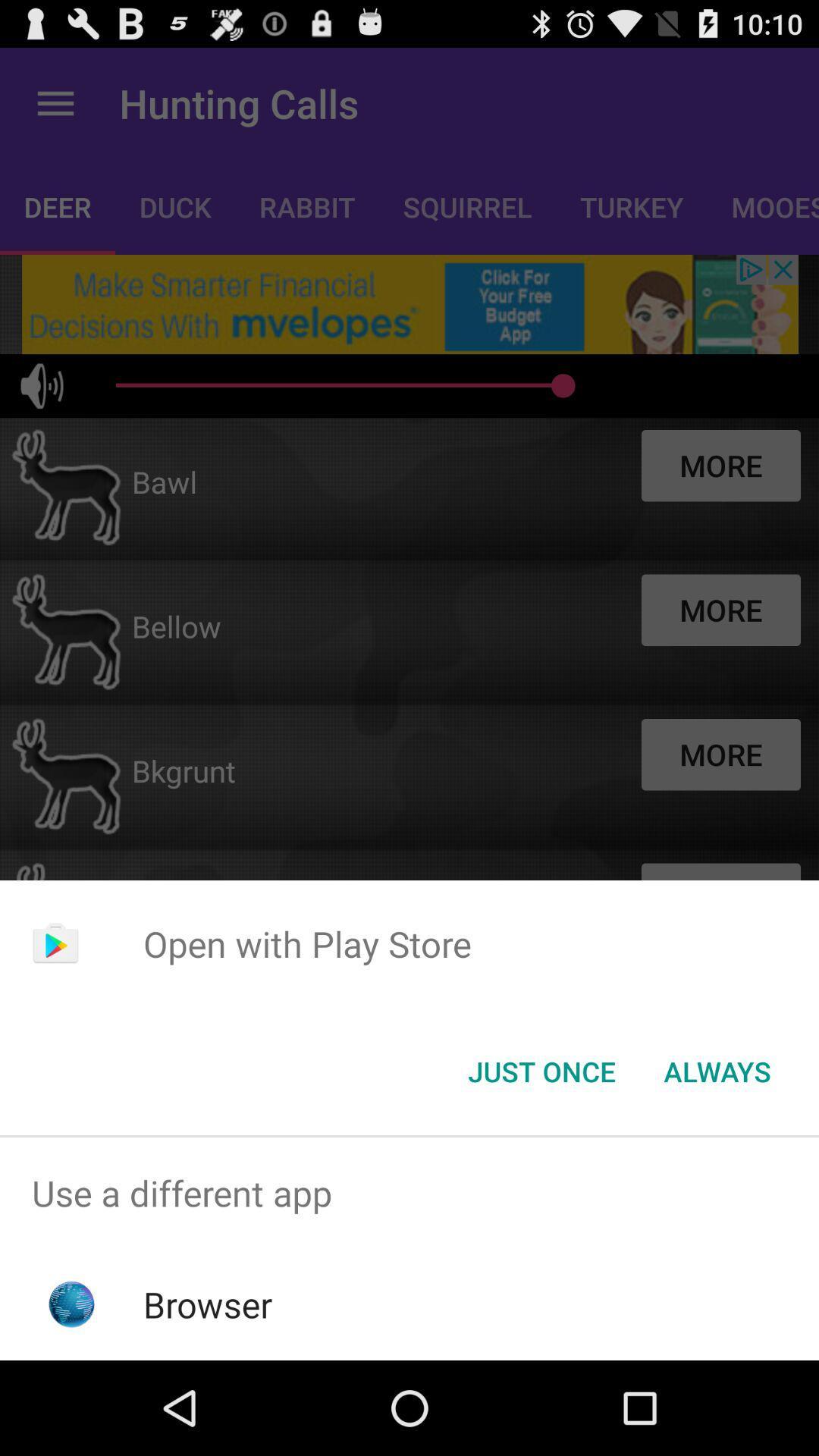 Image resolution: width=819 pixels, height=1456 pixels. I want to click on the icon at the bottom right corner, so click(717, 1070).